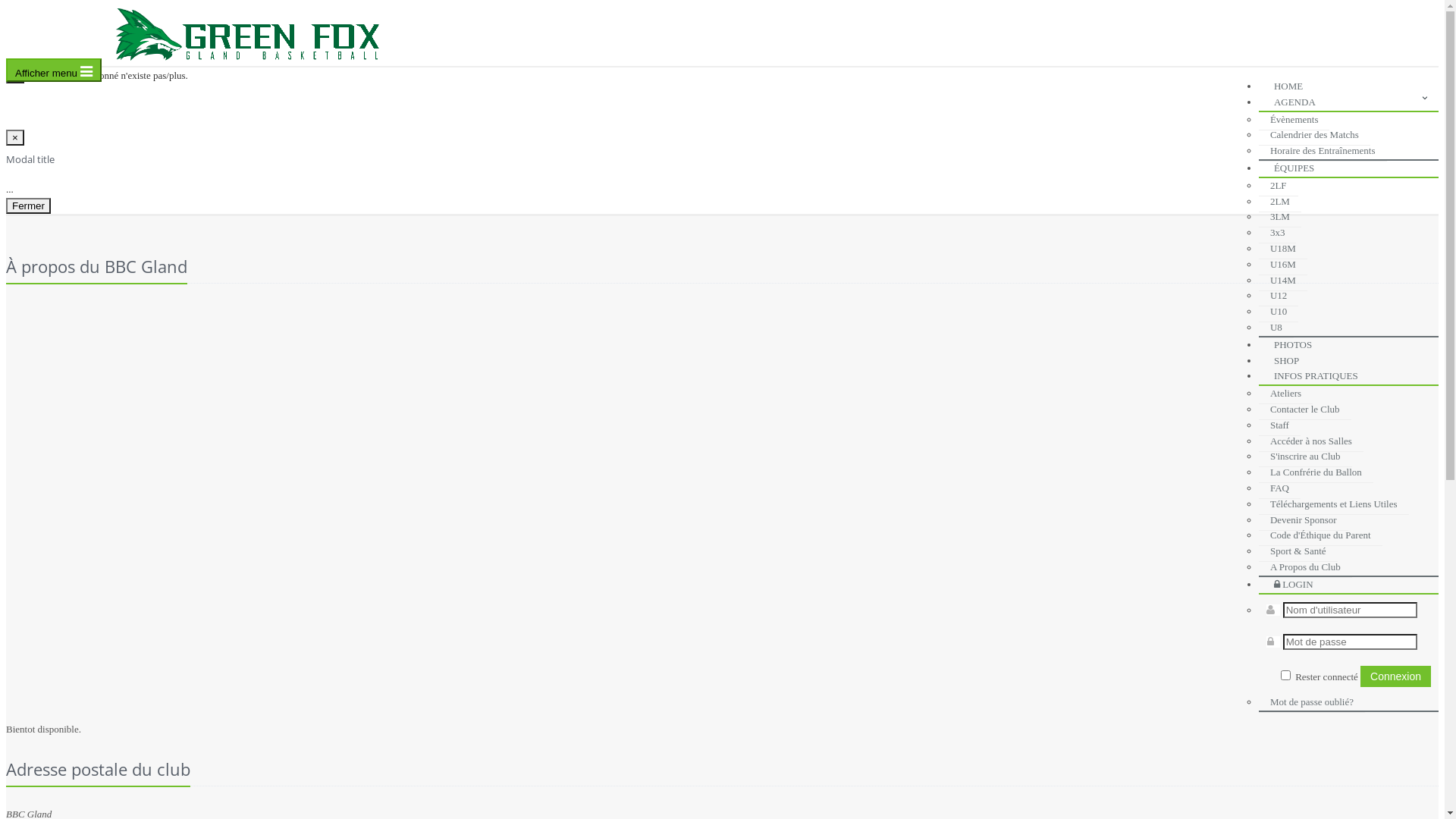  Describe the element at coordinates (1313, 133) in the screenshot. I see `'Calendrier des Matchs'` at that location.